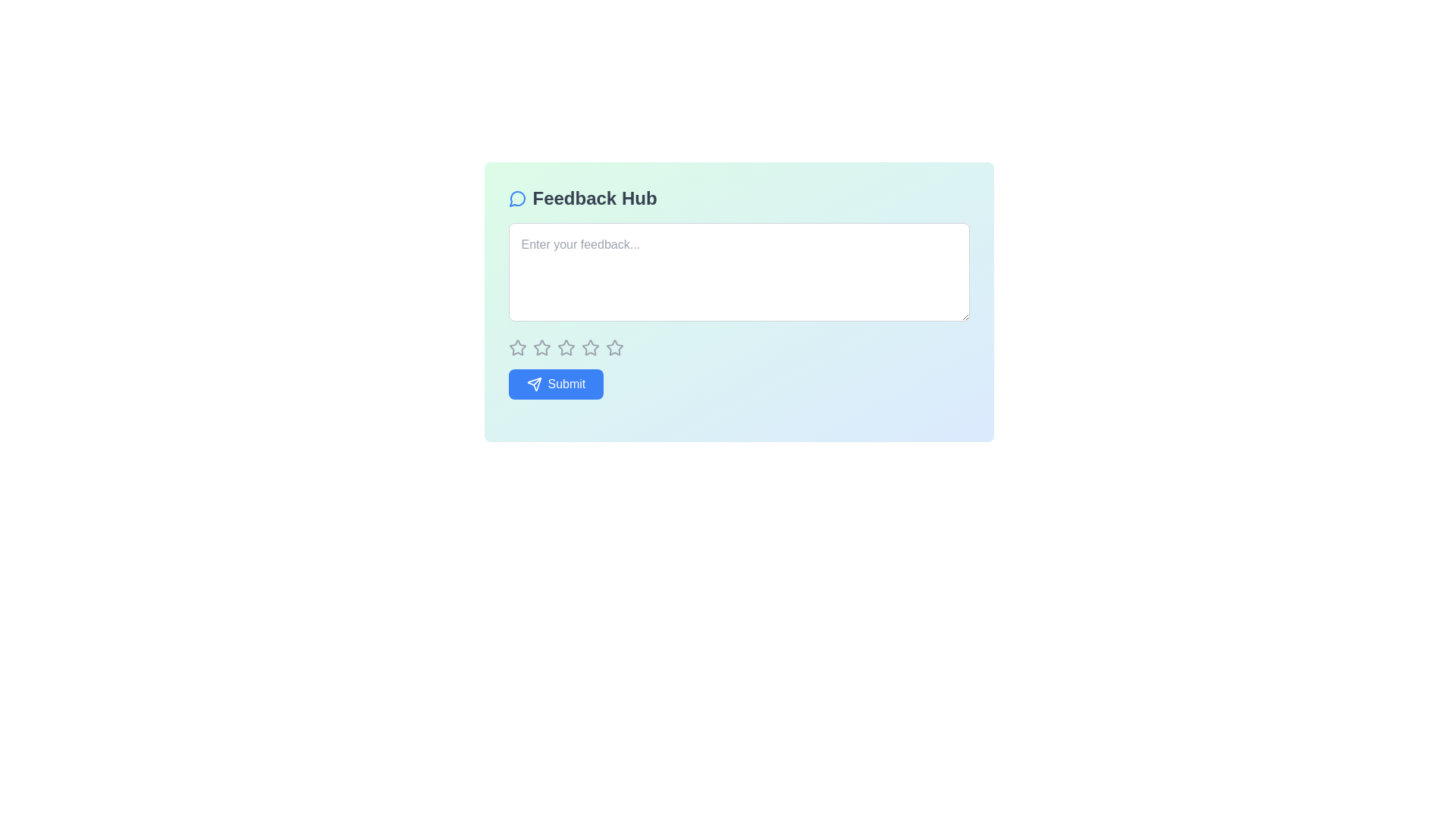 This screenshot has width=1456, height=819. What do you see at coordinates (614, 348) in the screenshot?
I see `the fifth star-shaped icon in the horizontal row below the 'Feedback Hub' text input field` at bounding box center [614, 348].